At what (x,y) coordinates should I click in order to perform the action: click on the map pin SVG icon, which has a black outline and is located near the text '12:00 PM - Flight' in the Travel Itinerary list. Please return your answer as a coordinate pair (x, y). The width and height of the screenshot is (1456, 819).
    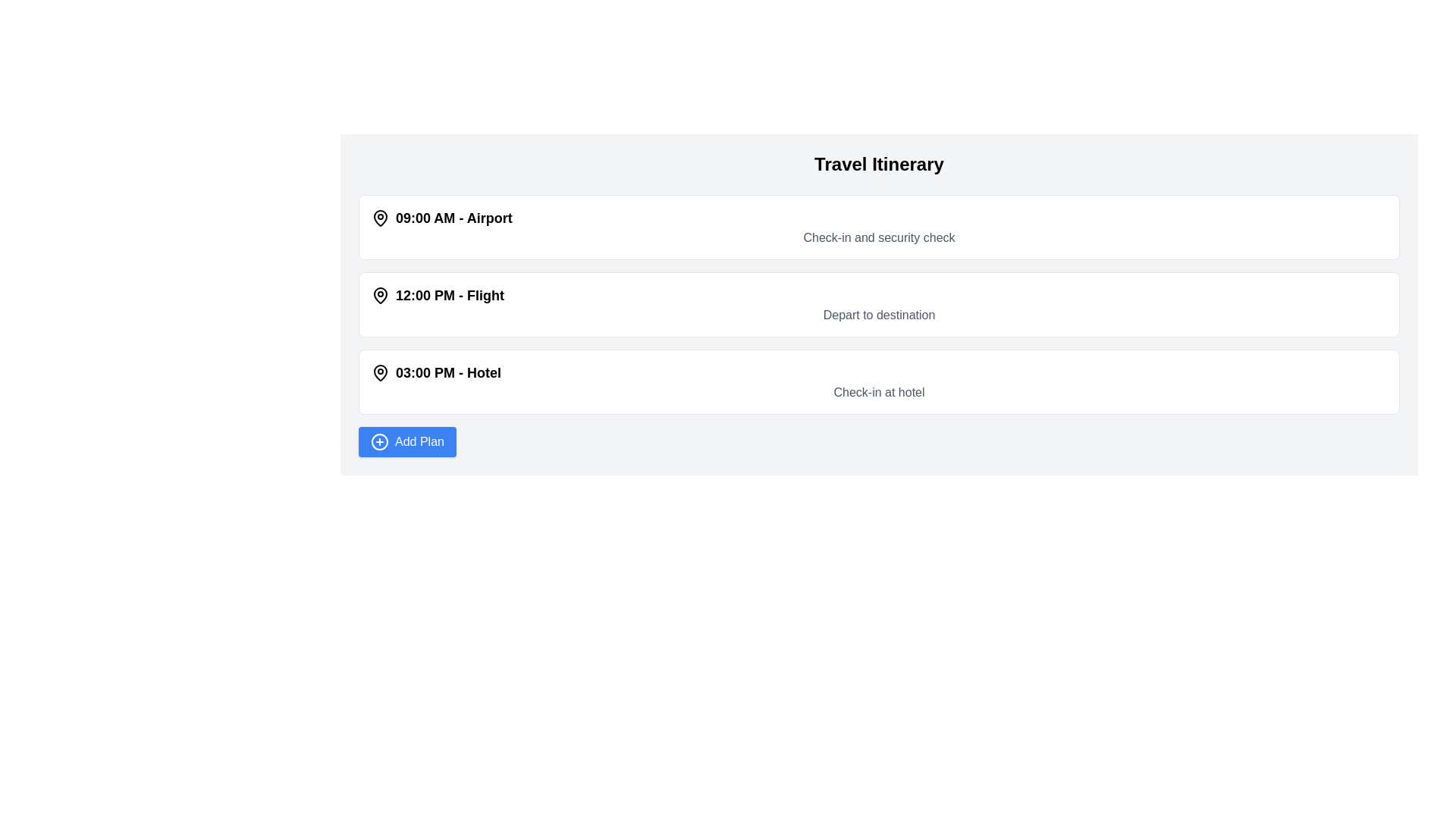
    Looking at the image, I should click on (381, 295).